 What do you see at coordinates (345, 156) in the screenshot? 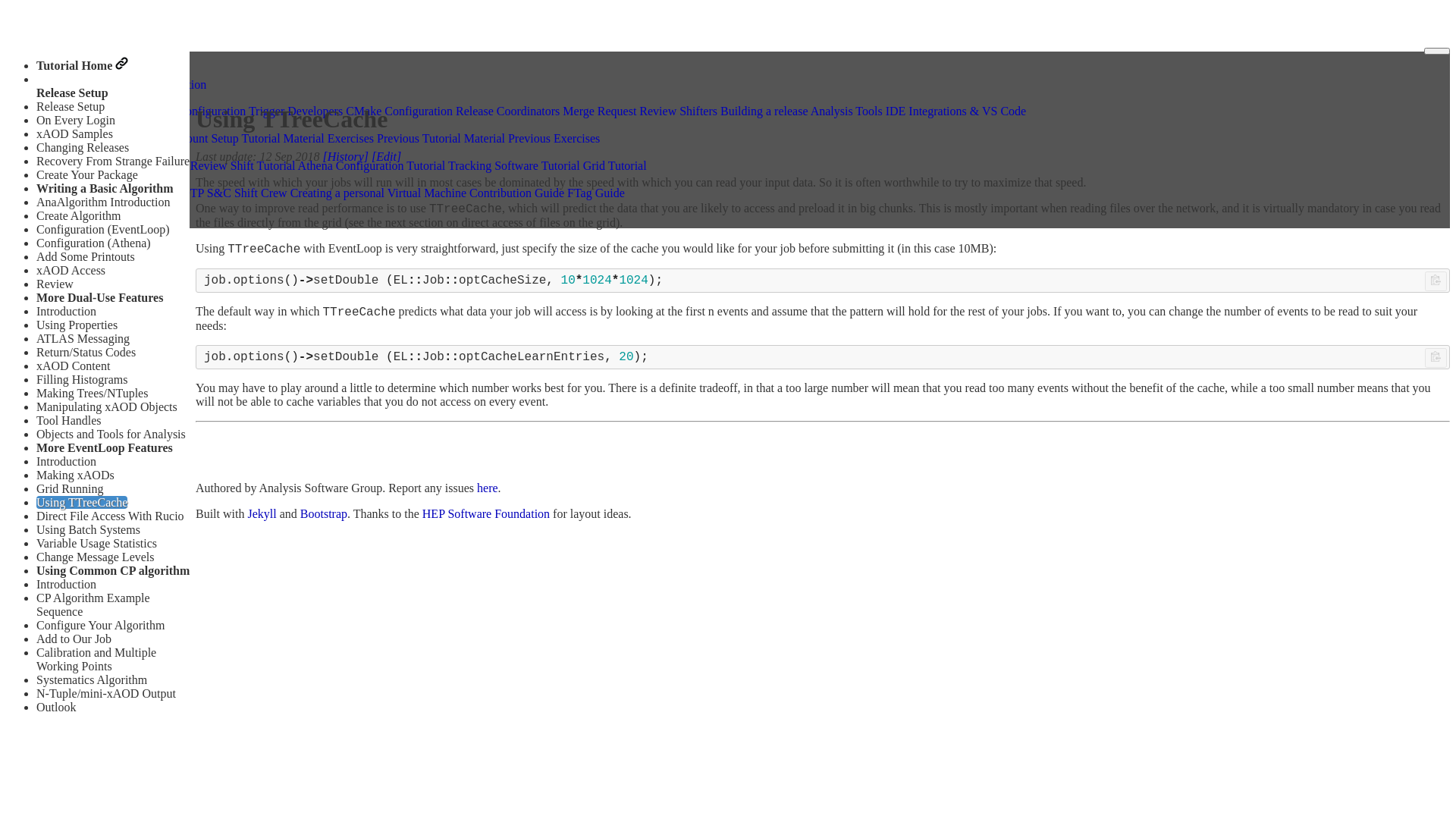
I see `'[History]'` at bounding box center [345, 156].